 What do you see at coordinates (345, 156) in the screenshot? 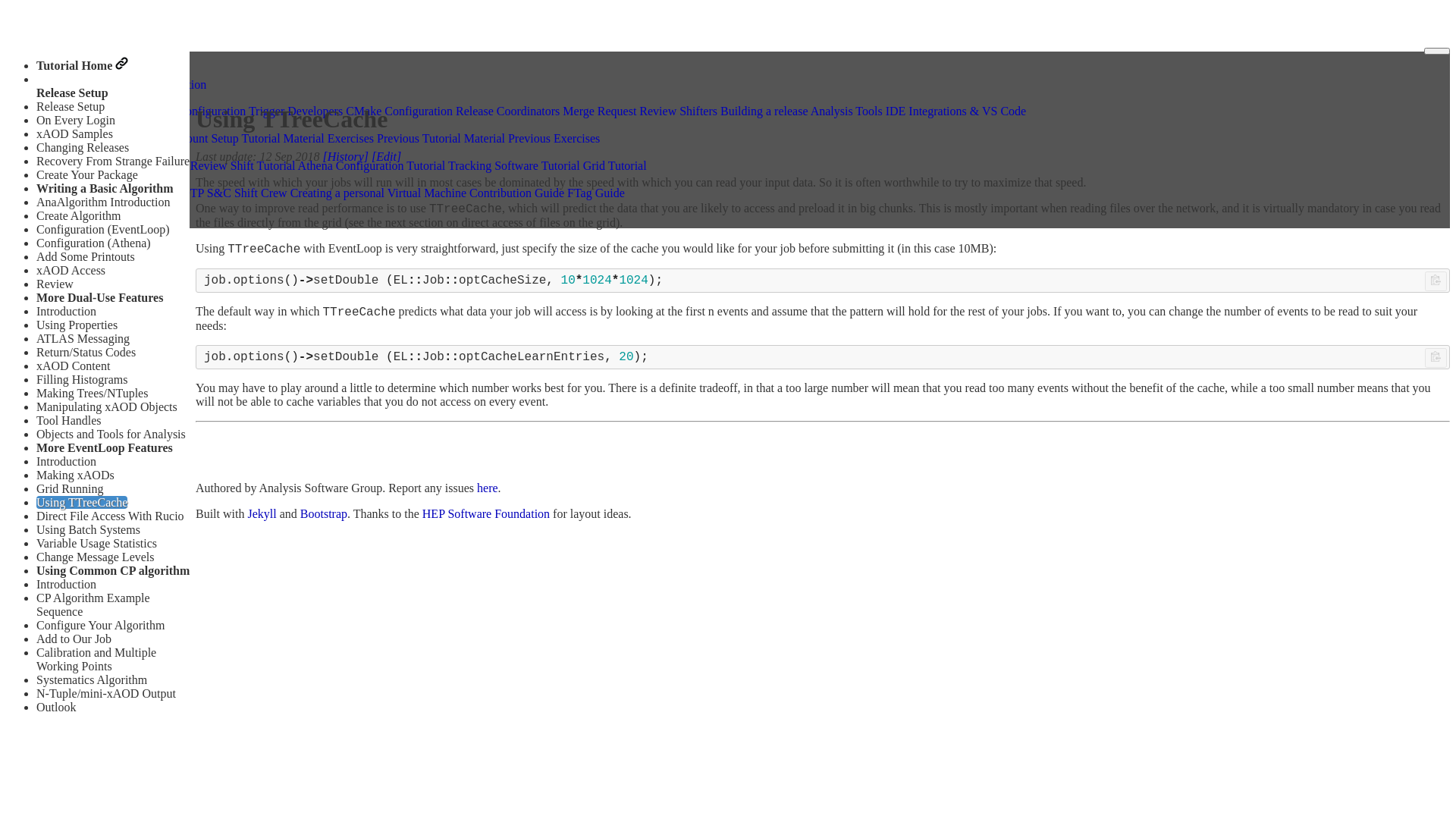
I see `'[History]'` at bounding box center [345, 156].